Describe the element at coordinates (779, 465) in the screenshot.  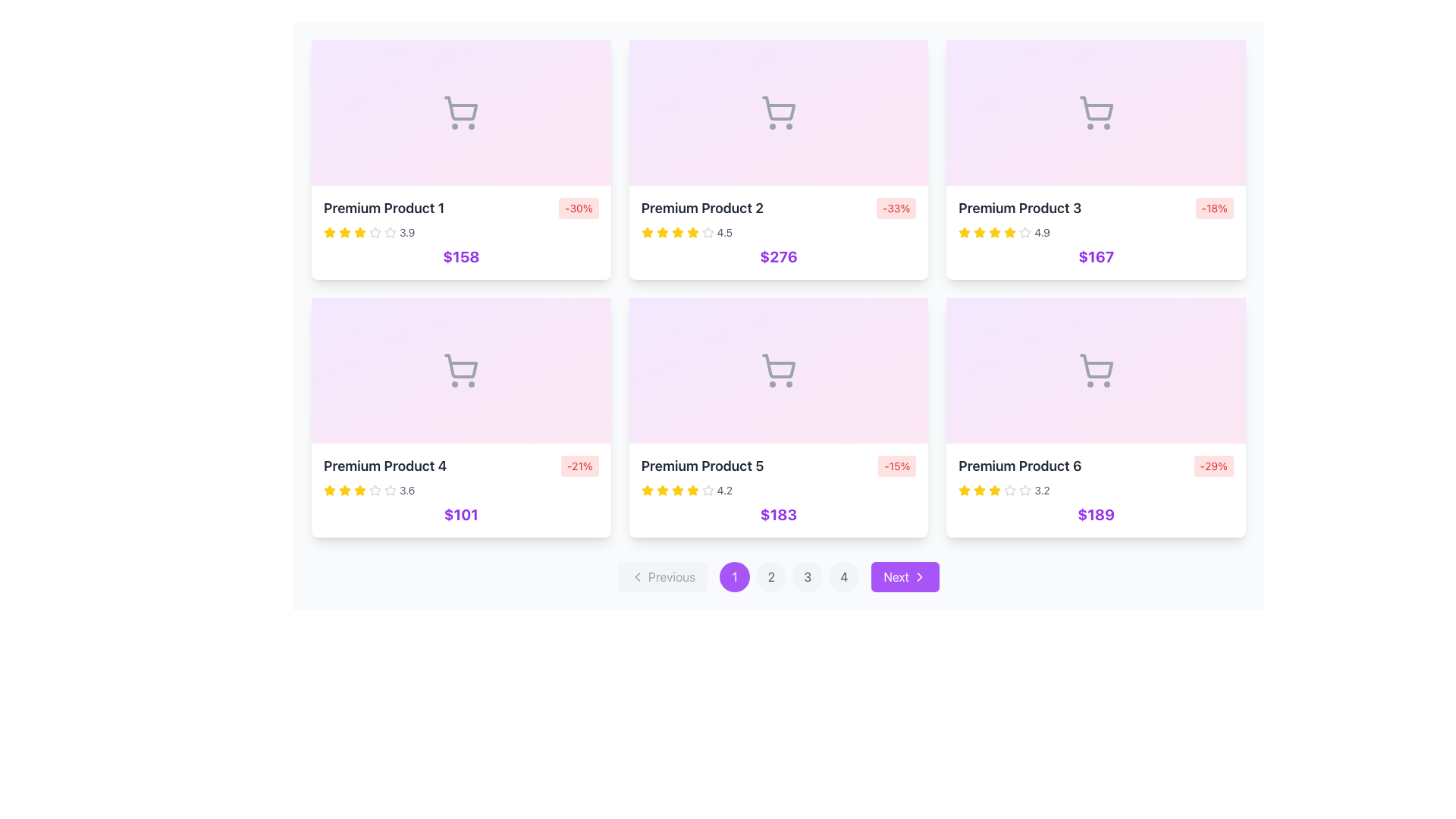
I see `the text label displaying 'Premium Product 5' with a discount tag '-15%' in a red background, located within the card panel of the first column of the second row in the grid layout` at that location.